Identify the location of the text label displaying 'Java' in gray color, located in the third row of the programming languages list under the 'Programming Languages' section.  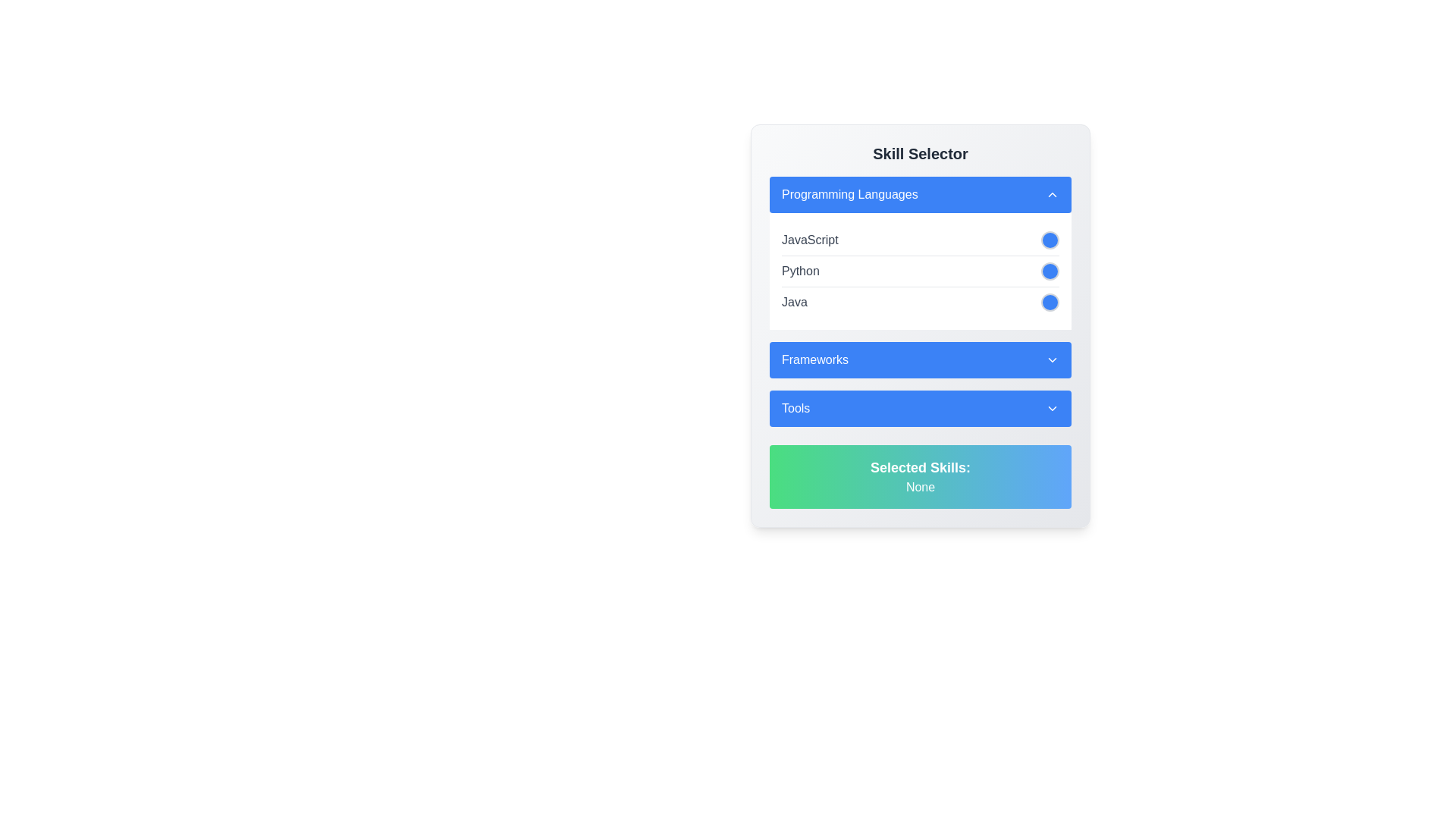
(793, 302).